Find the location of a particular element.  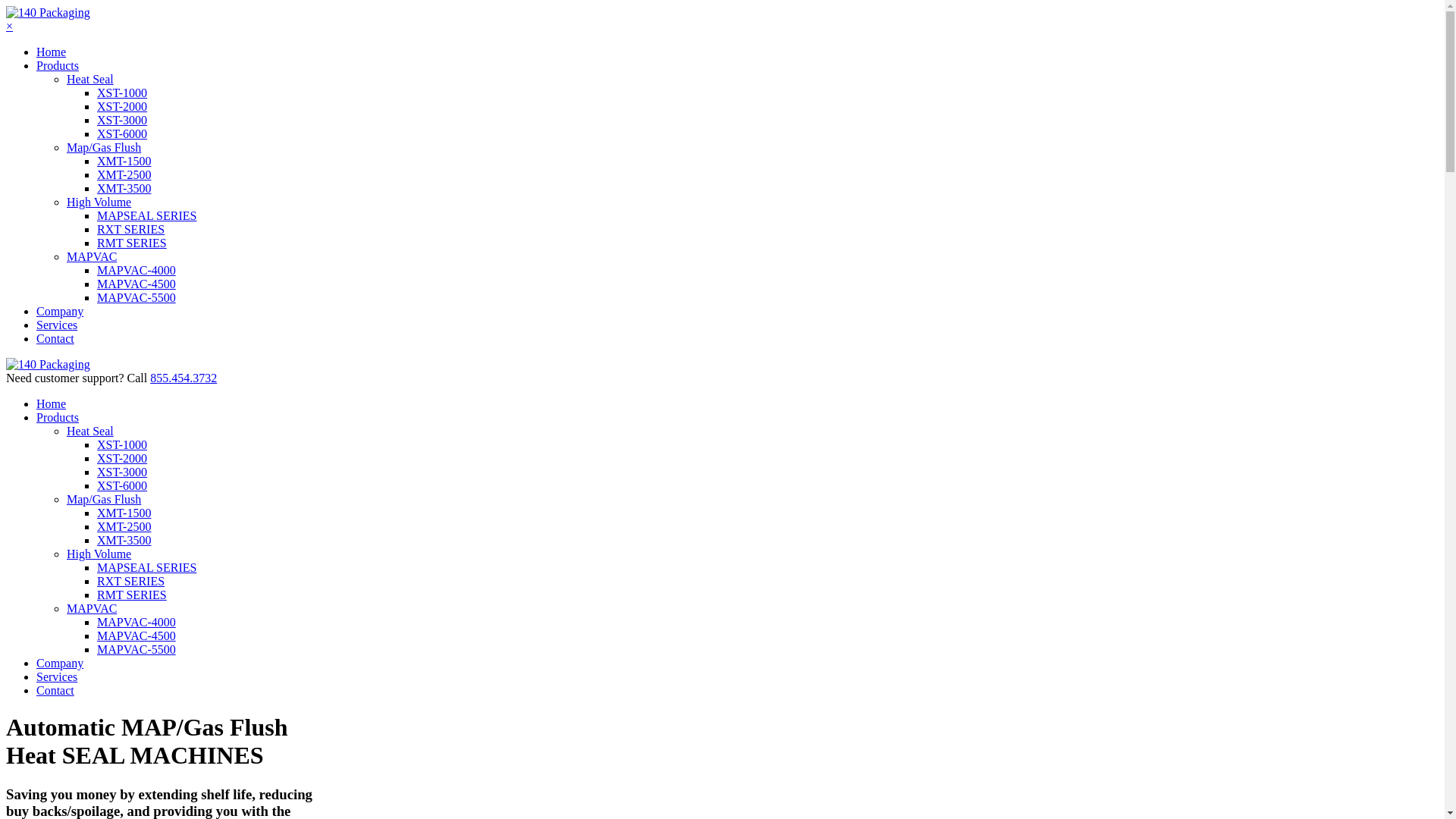

'MAPVAC' is located at coordinates (90, 607).